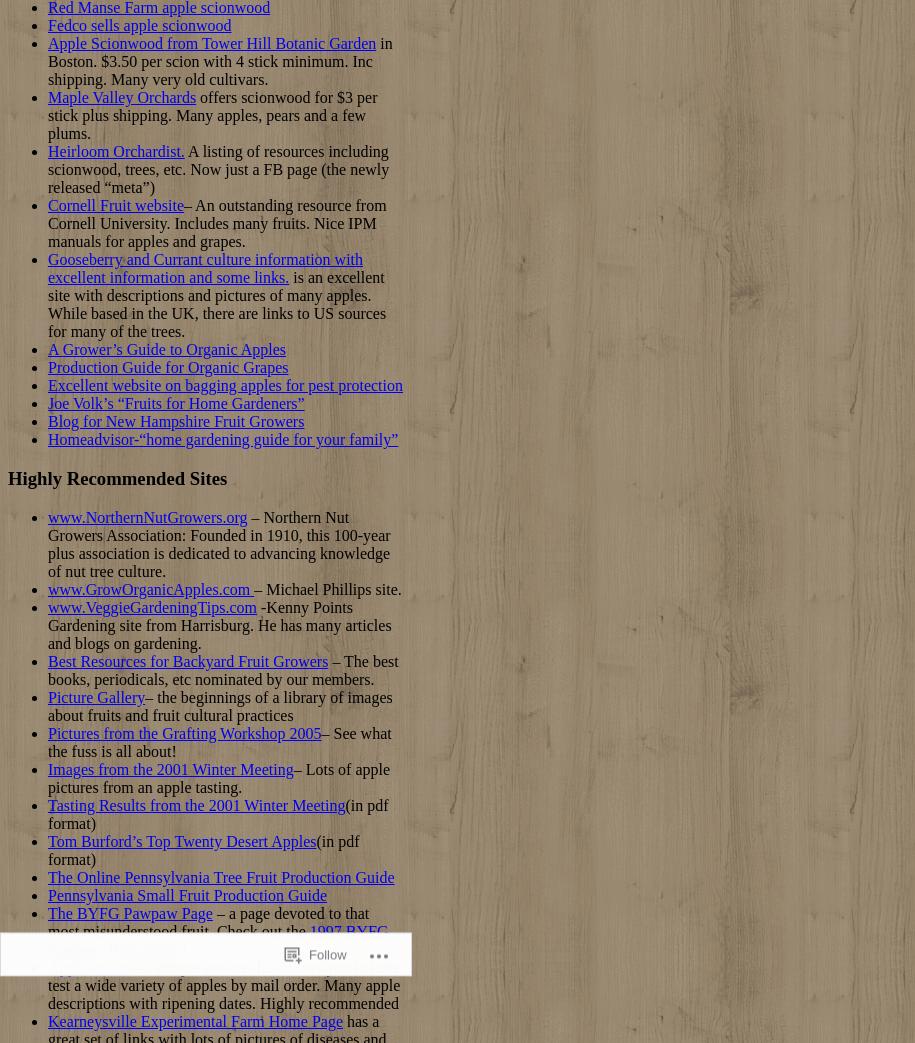 The image size is (915, 1043). What do you see at coordinates (223, 984) in the screenshot?
I see `'– a unique service that allows you to taste test a wide variety of apples by mail order. Many apple descriptions with ripening dates. Highly recommended'` at bounding box center [223, 984].